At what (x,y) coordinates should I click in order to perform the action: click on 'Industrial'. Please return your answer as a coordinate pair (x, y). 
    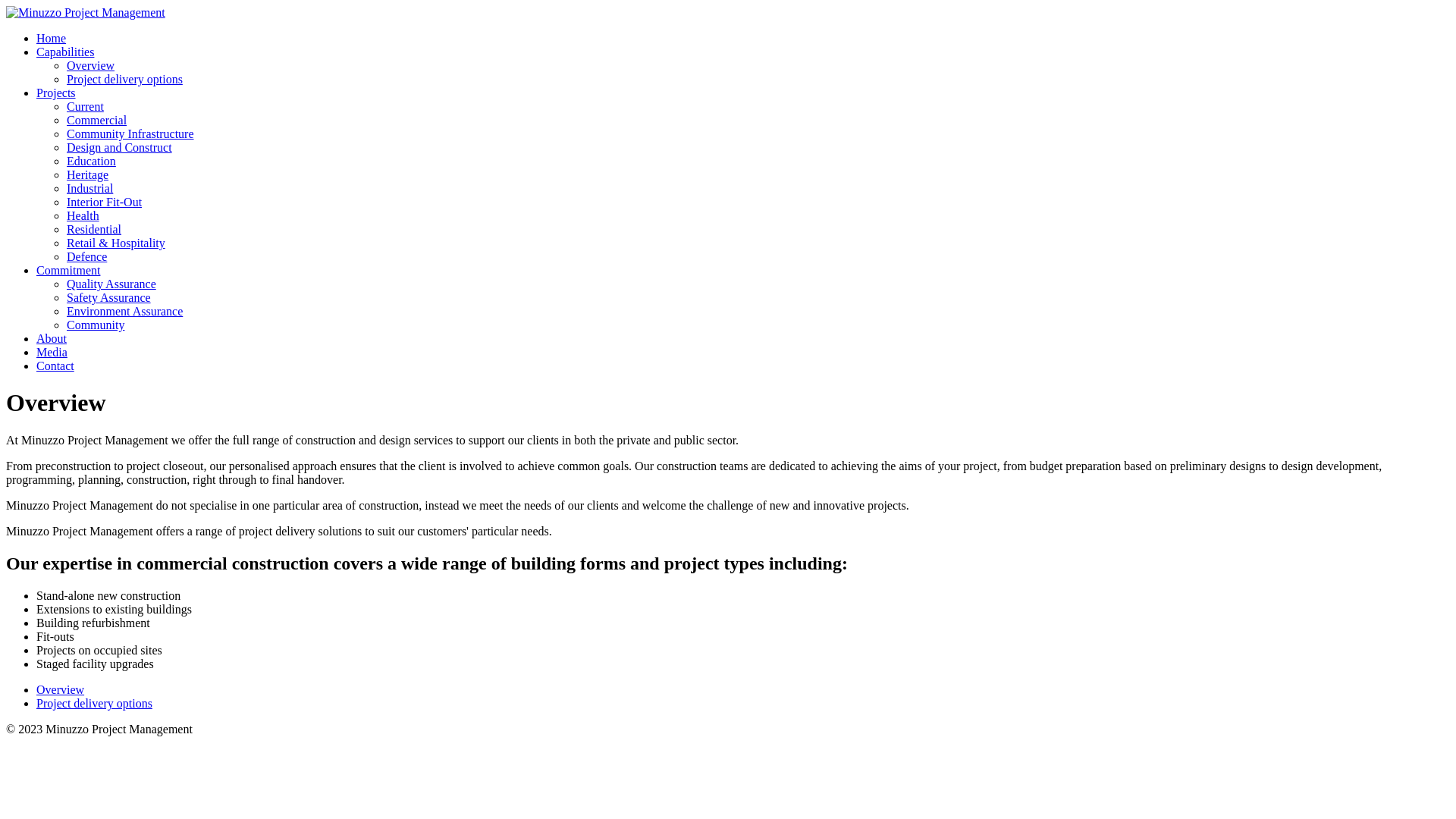
    Looking at the image, I should click on (89, 187).